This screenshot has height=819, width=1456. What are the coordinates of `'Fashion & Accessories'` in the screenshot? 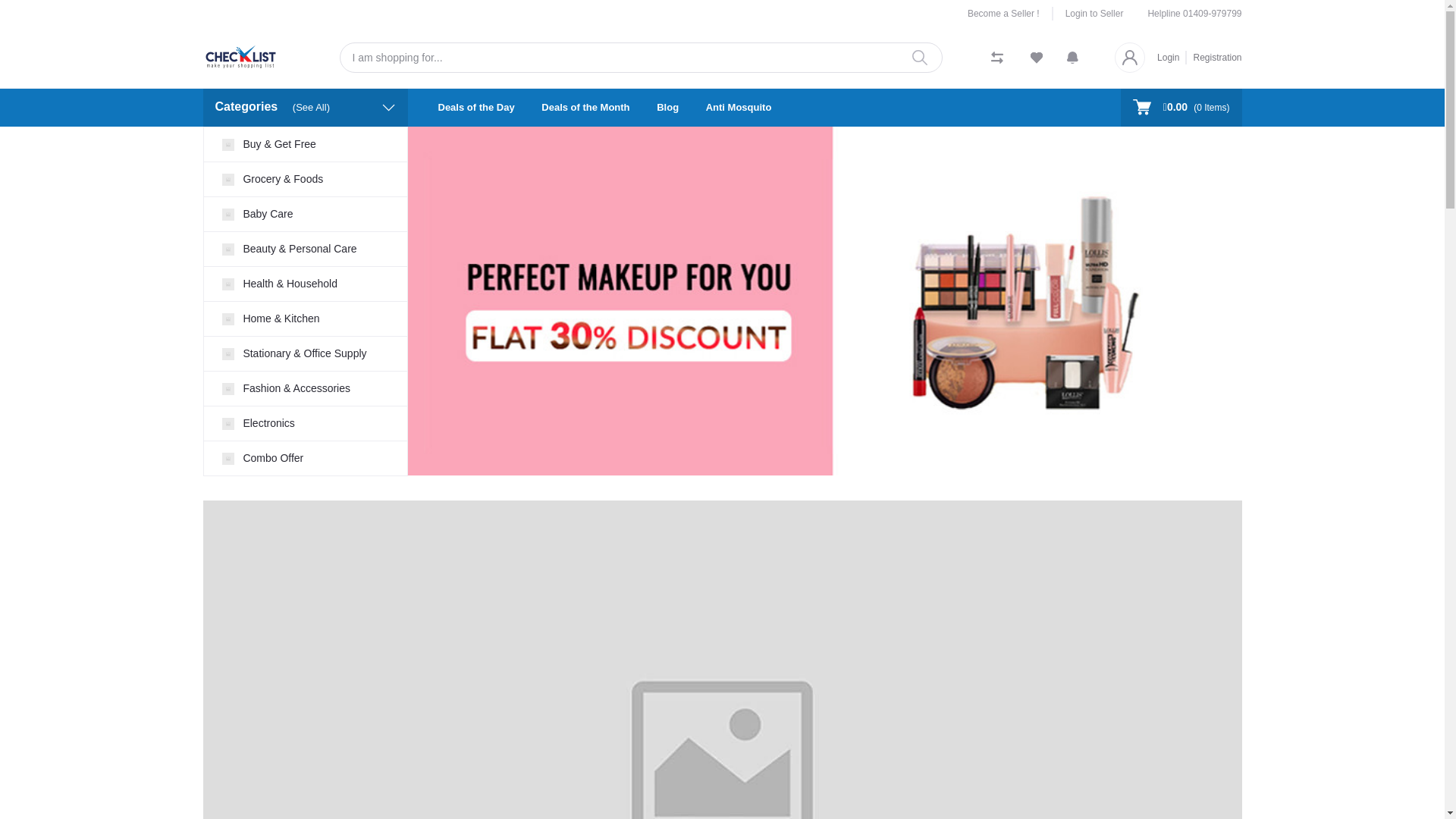 It's located at (304, 388).